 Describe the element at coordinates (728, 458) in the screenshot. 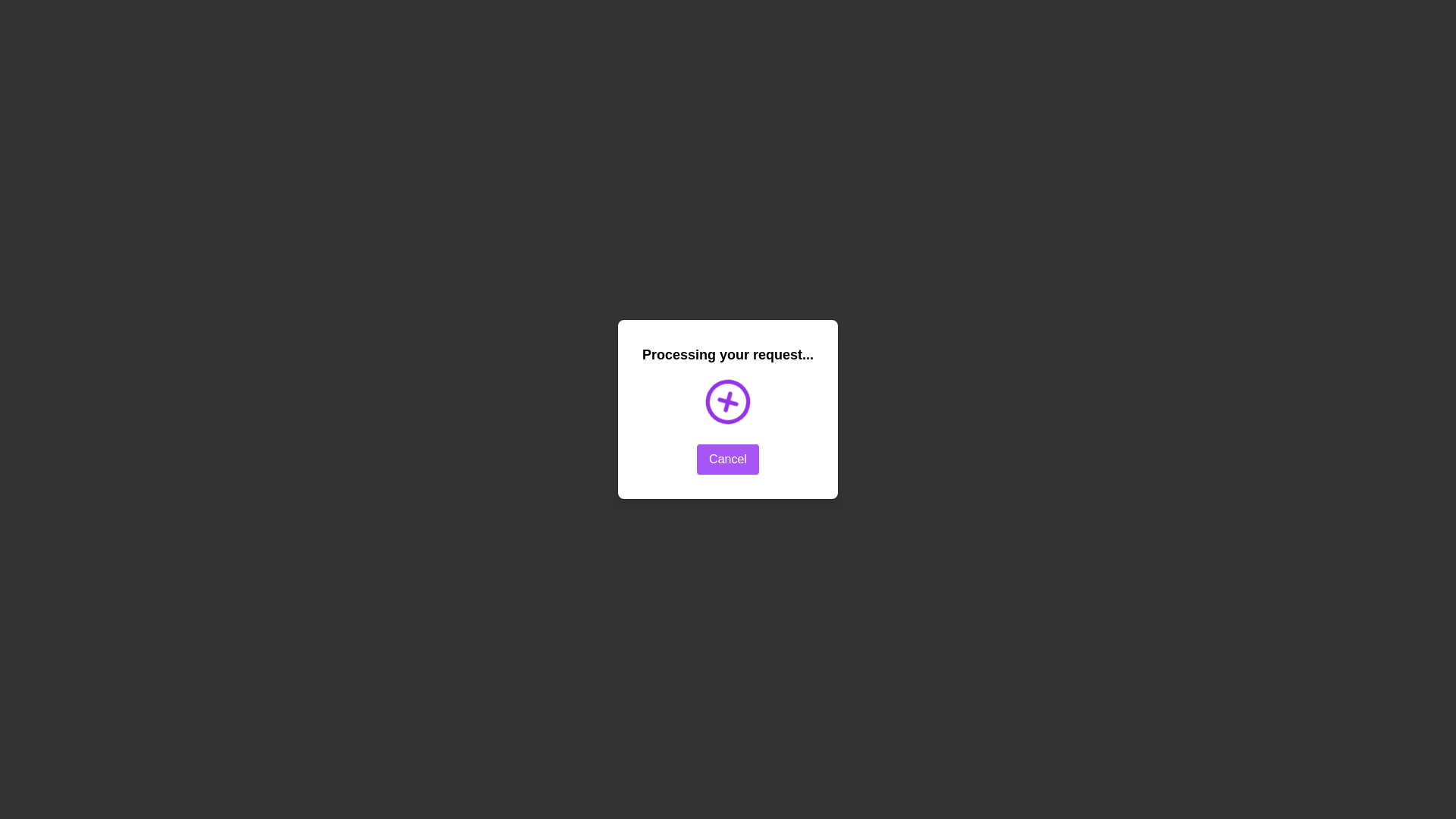

I see `the 'Cancel' button, which is a rectangular button with a purple background and white text, located at the bottom of the modal dialog box` at that location.